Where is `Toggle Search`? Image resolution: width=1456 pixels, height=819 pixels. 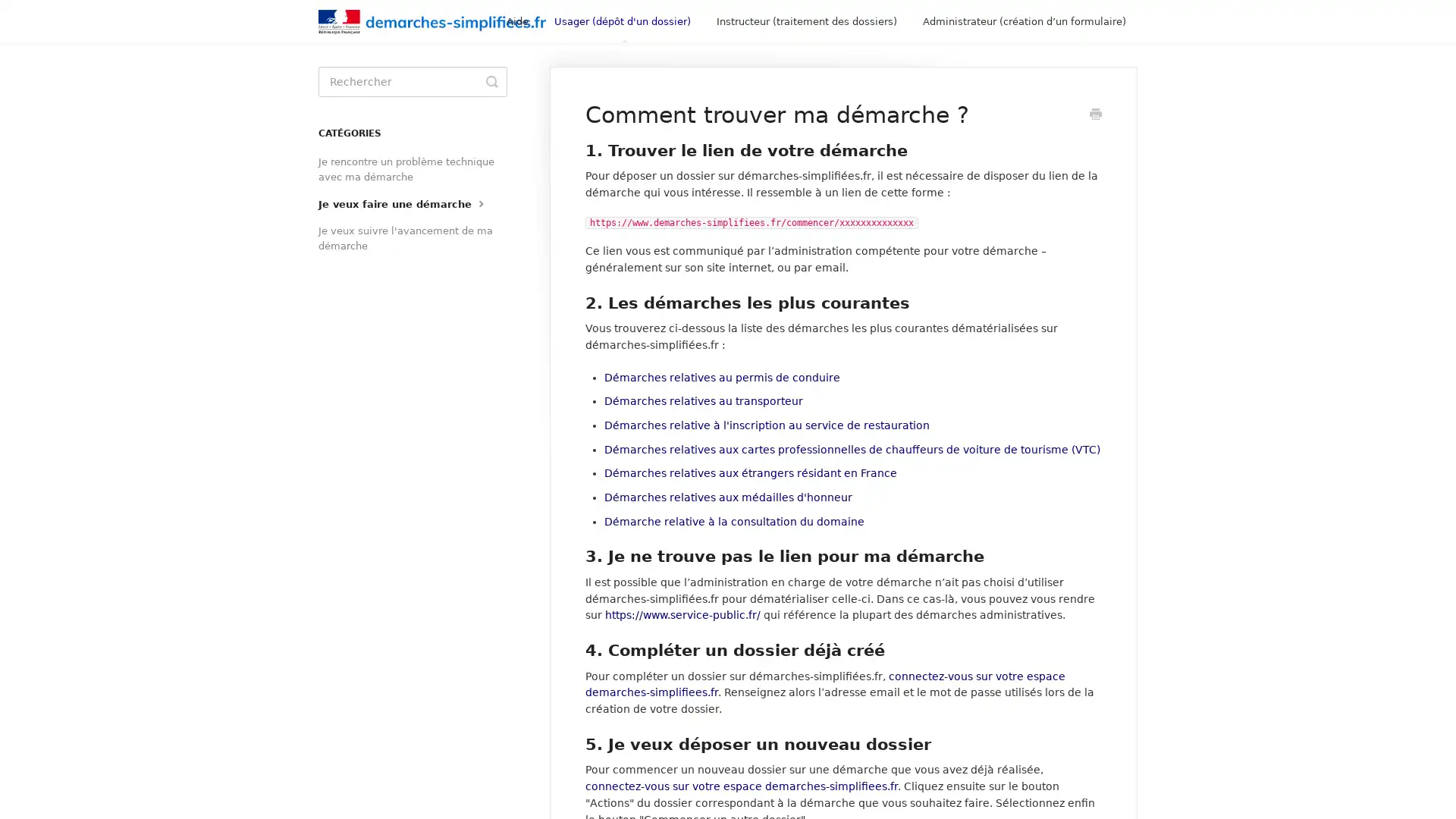 Toggle Search is located at coordinates (491, 81).